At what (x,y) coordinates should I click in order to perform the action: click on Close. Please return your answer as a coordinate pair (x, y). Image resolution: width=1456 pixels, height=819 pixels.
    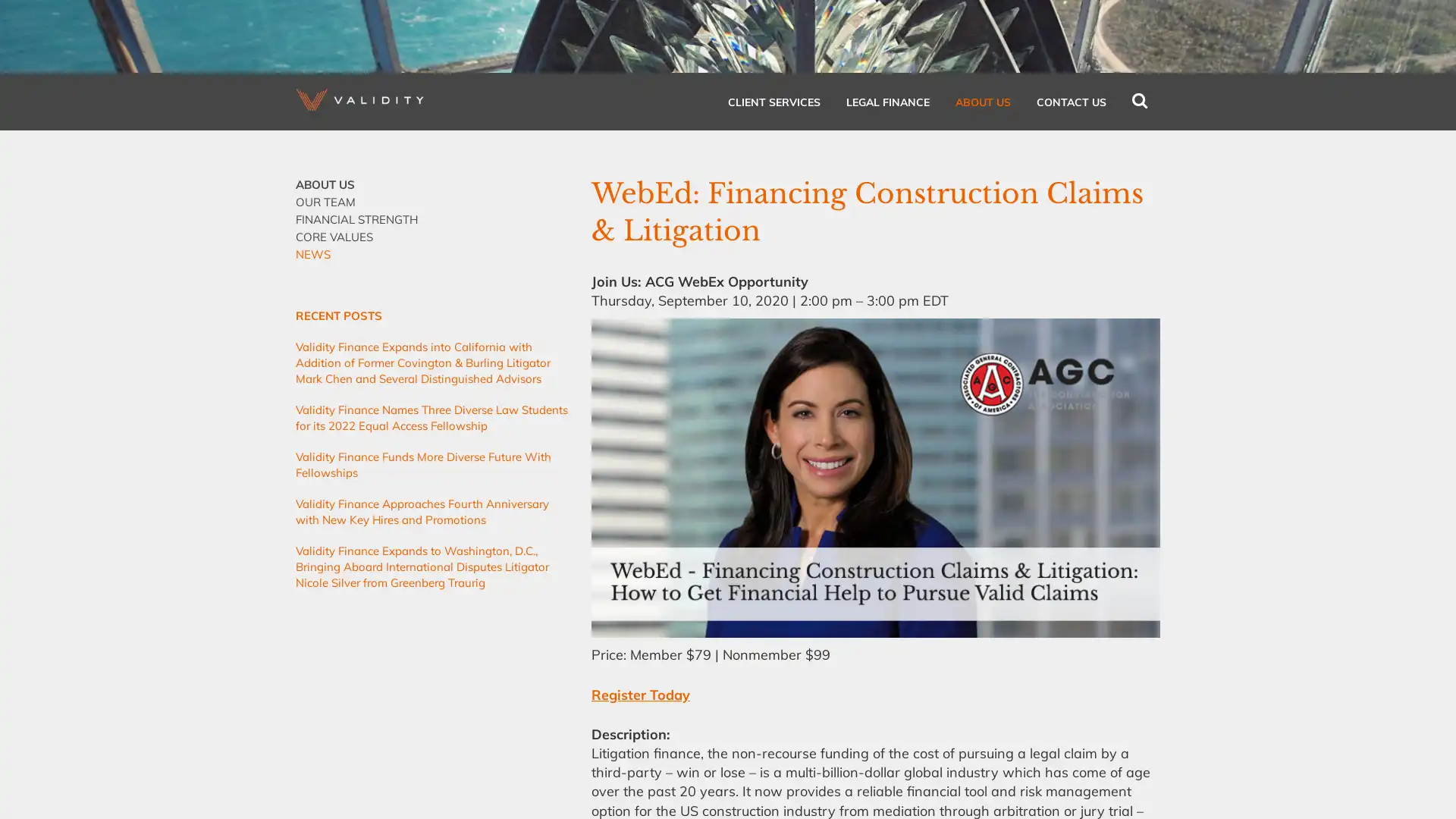
    Looking at the image, I should click on (924, 166).